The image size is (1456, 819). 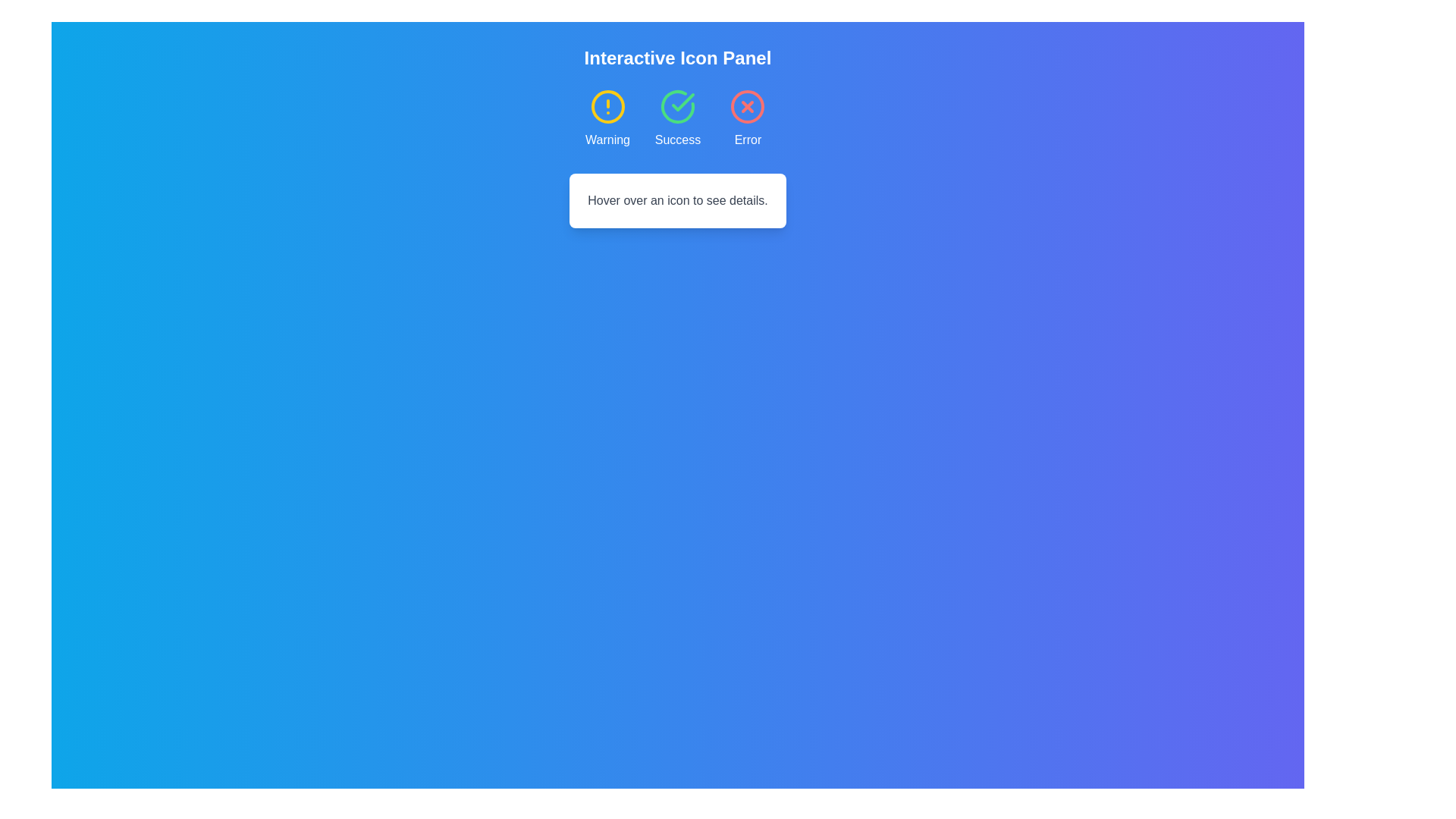 I want to click on the error indicator icon located at the top right of the three-column grid layout, so click(x=748, y=118).